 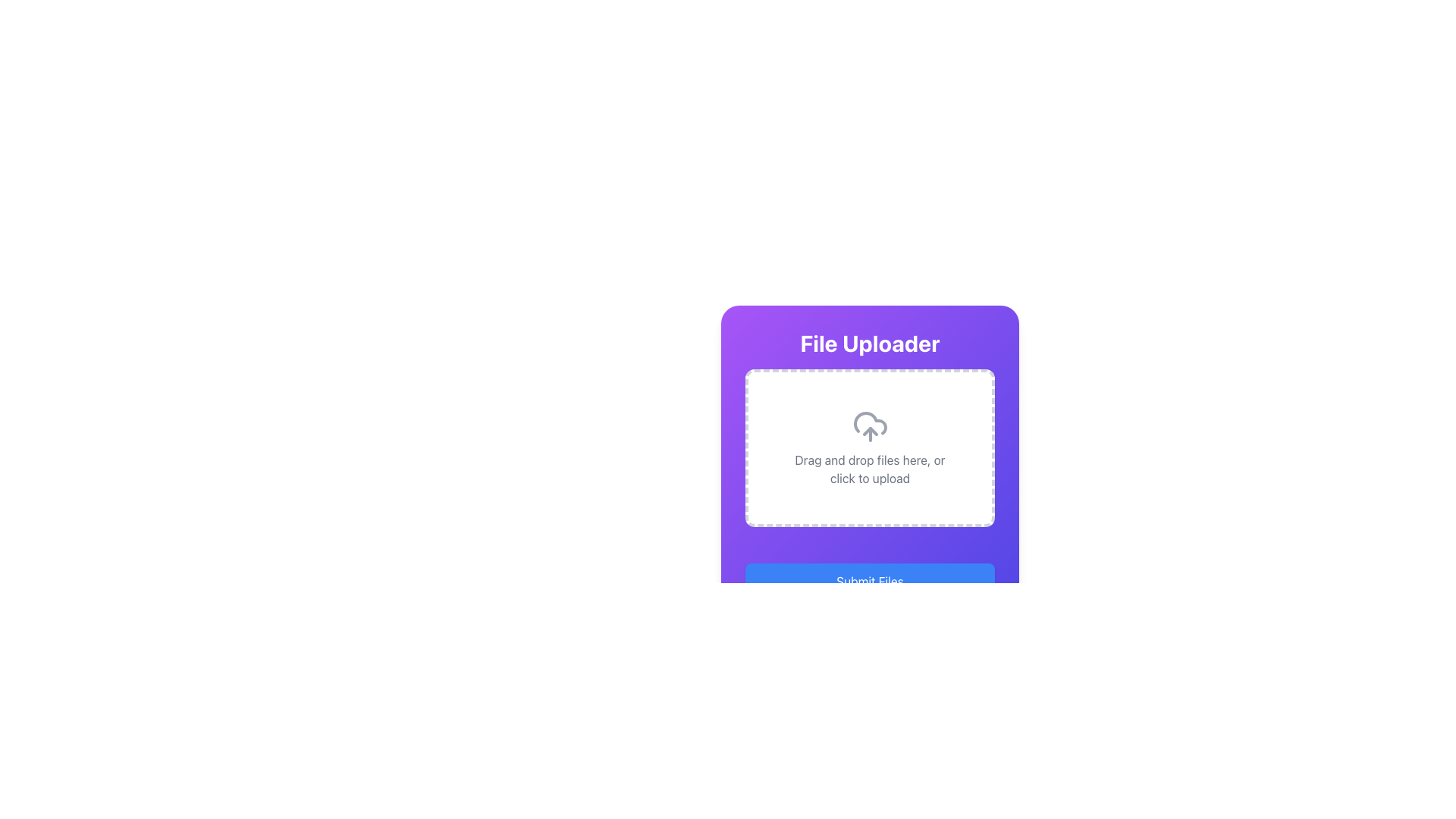 I want to click on the upload icon in the file uploader section, which is visually represented by a recognizable symbol for adding files, located above the text 'Drag and drop files here, or click to upload', so click(x=870, y=427).